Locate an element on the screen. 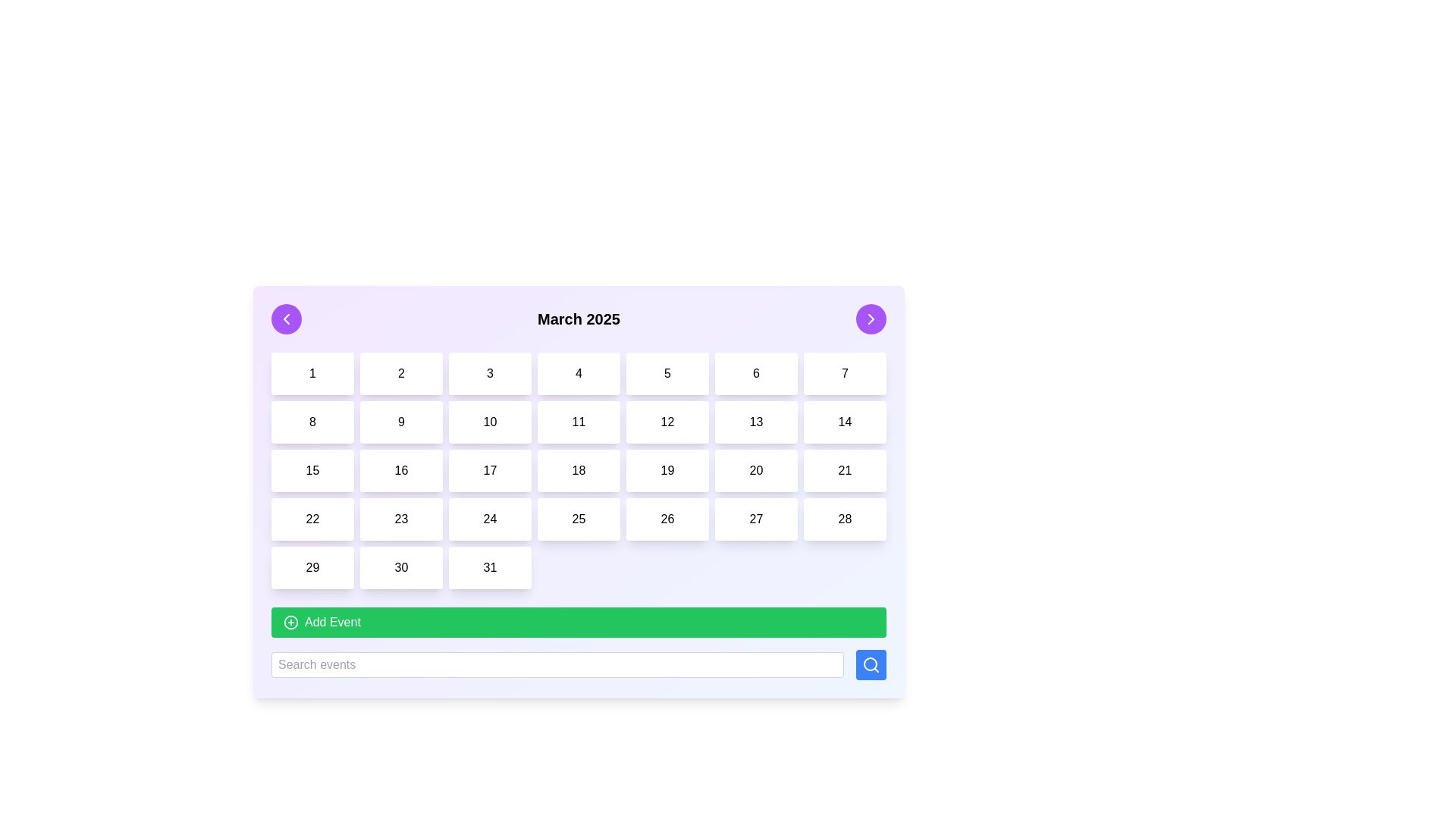 This screenshot has height=819, width=1456. the rectangular button displaying the text '20' located in the calendar grid, which is the sixth day in the third row is located at coordinates (756, 470).